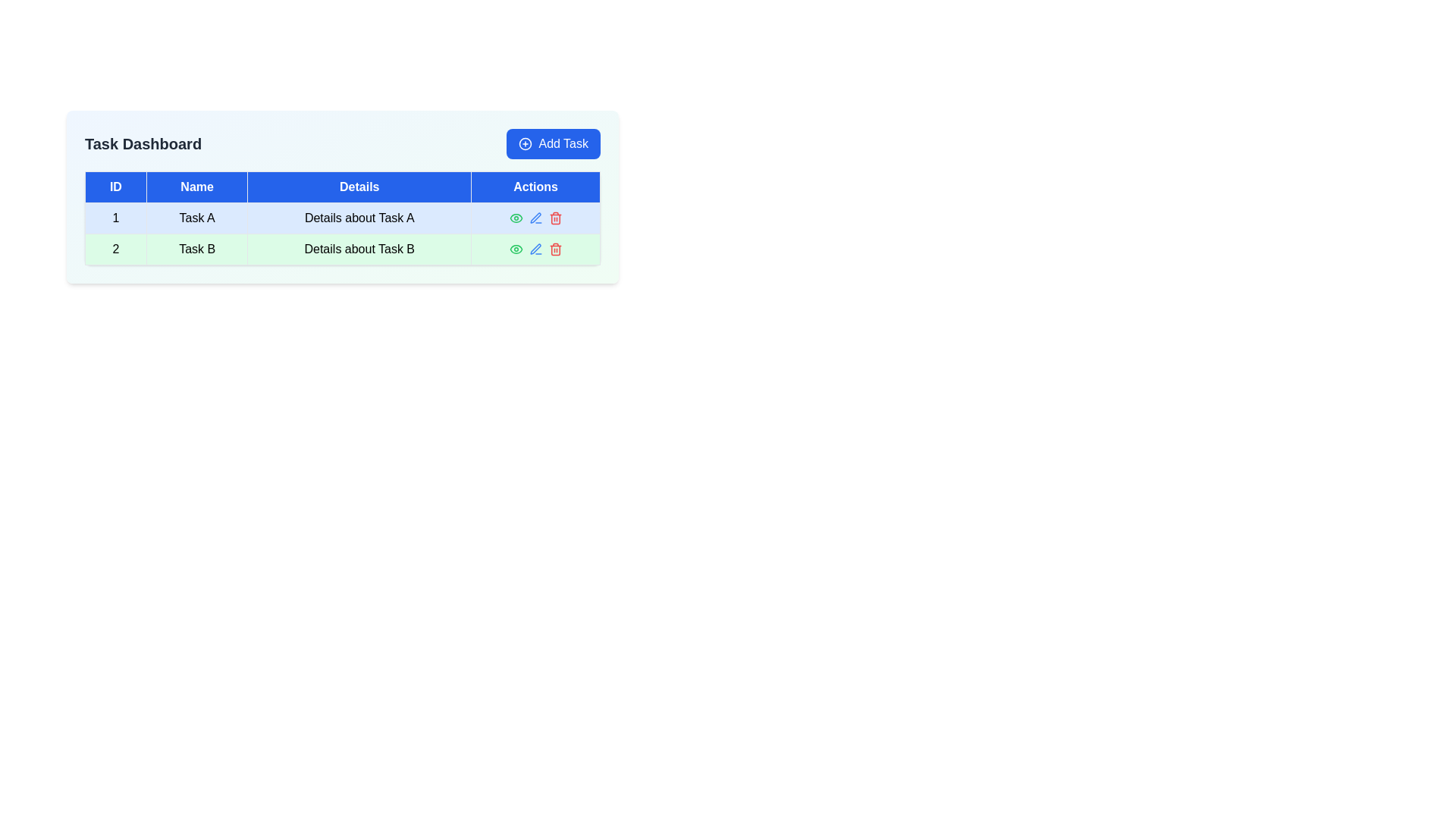  Describe the element at coordinates (535, 218) in the screenshot. I see `the Icon group containing three interactive icons for 'Task A' in the Actions column through keyboard navigation` at that location.